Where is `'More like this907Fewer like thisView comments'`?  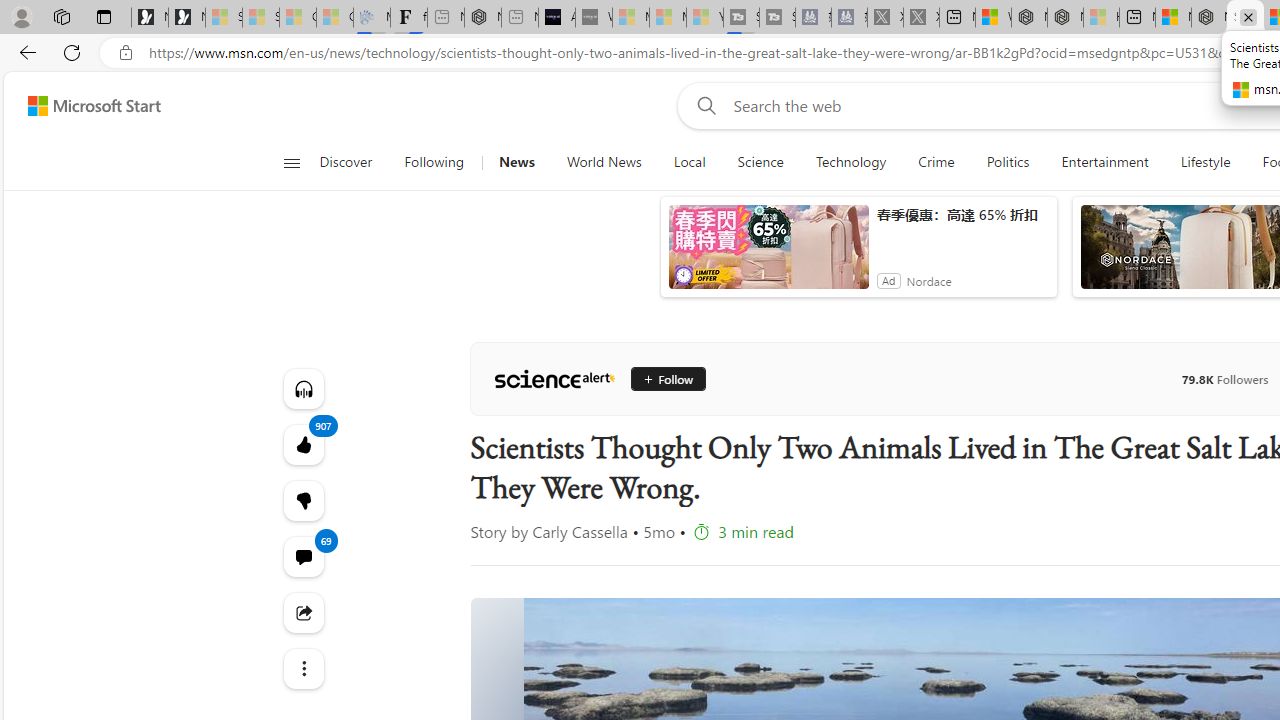 'More like this907Fewer like thisView comments' is located at coordinates (302, 499).